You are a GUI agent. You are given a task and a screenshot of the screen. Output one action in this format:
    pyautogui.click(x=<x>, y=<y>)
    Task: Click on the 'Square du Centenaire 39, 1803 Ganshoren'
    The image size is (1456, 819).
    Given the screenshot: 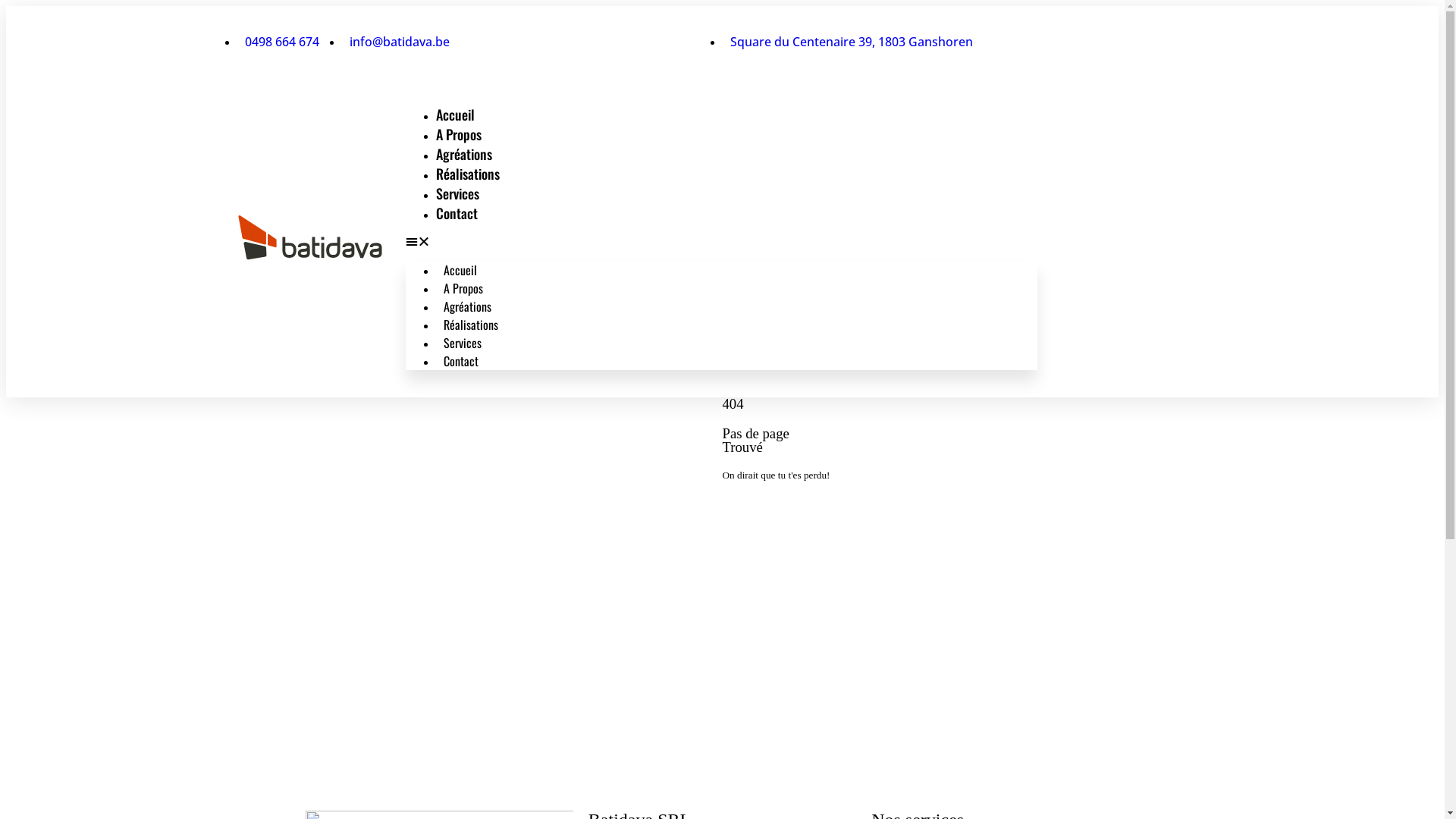 What is the action you would take?
    pyautogui.click(x=846, y=40)
    